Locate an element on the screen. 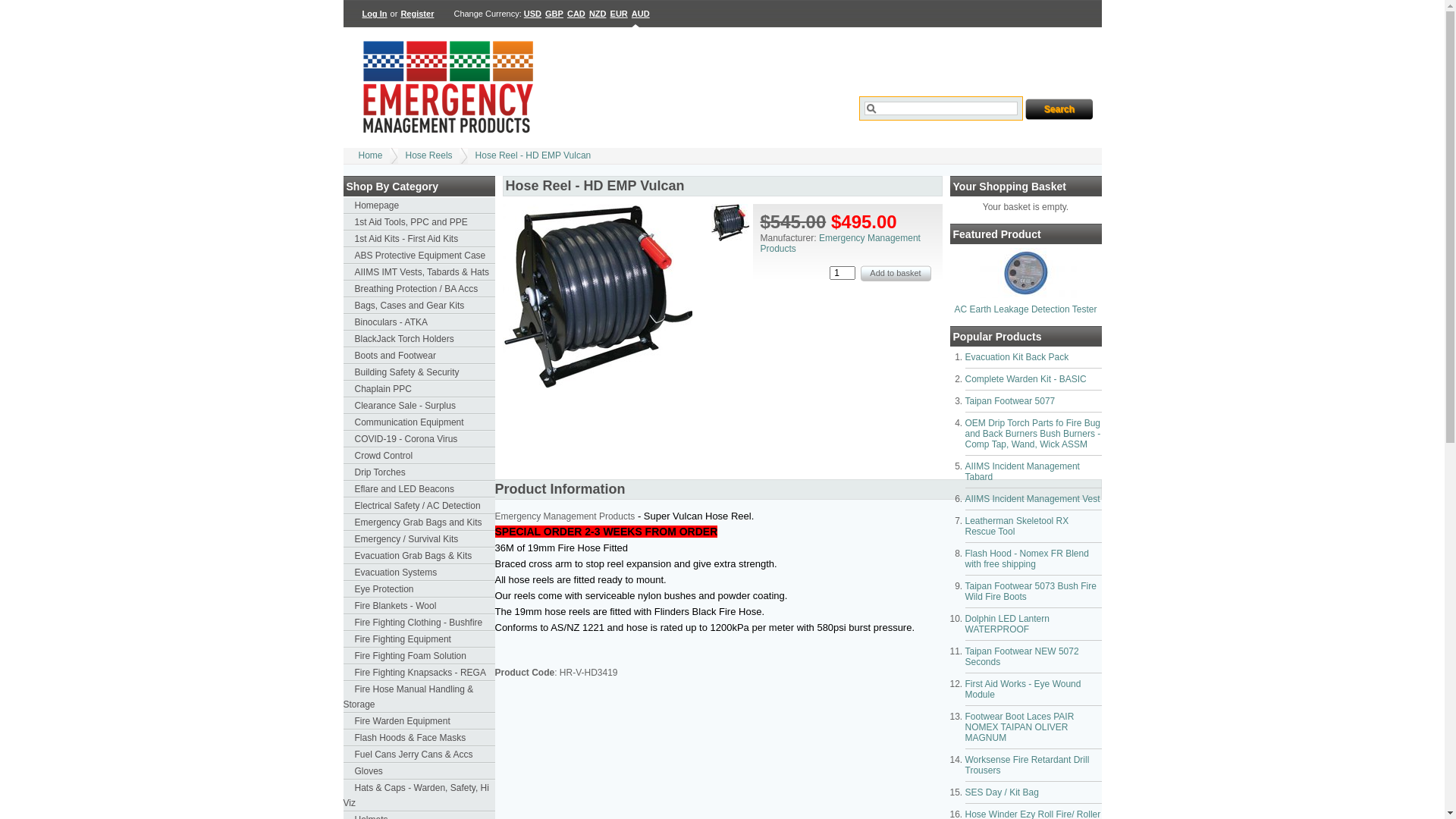 This screenshot has width=1456, height=819. 'ABS Protective Equipment Case' is located at coordinates (419, 254).